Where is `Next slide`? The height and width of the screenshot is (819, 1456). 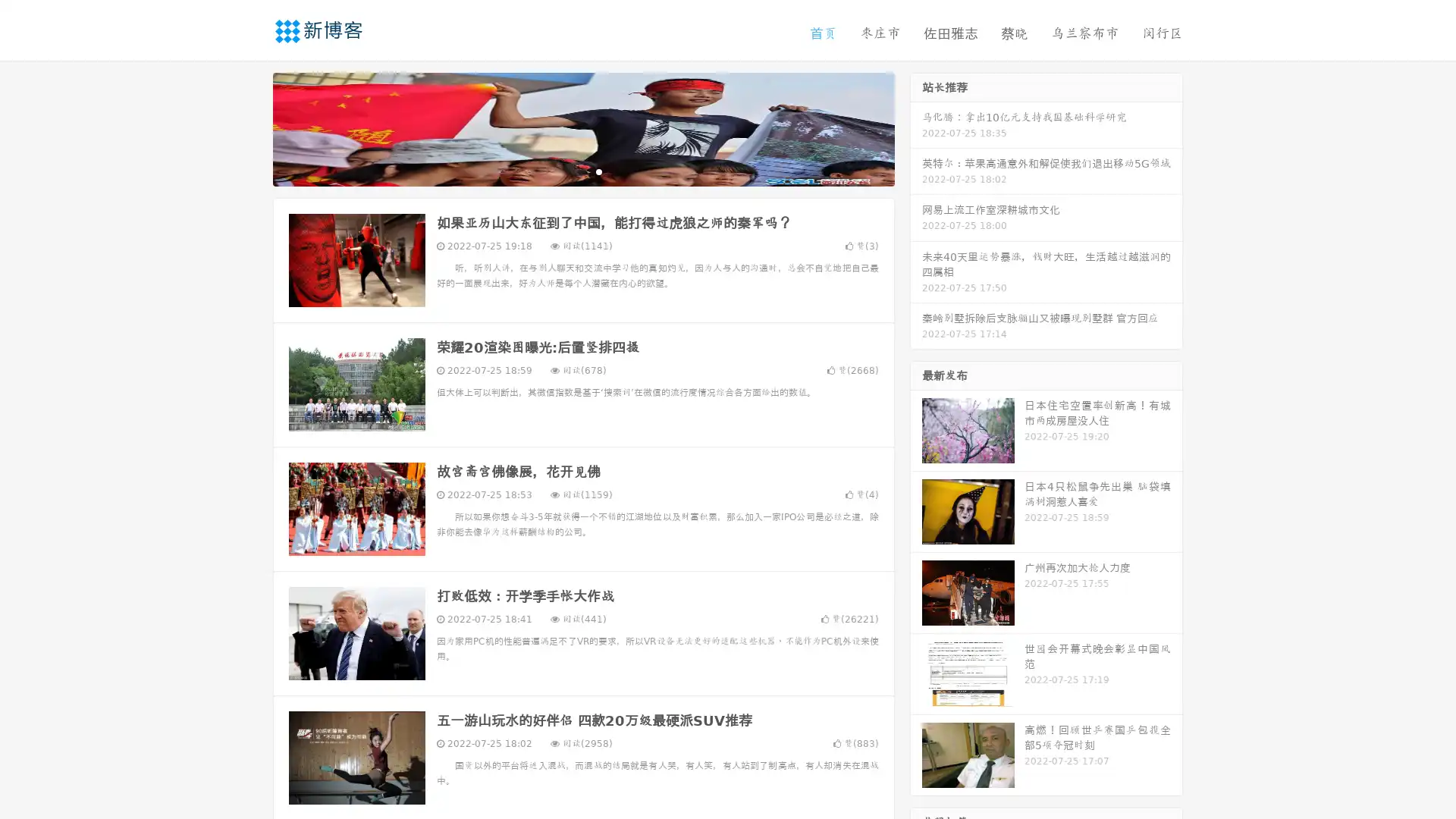 Next slide is located at coordinates (916, 127).